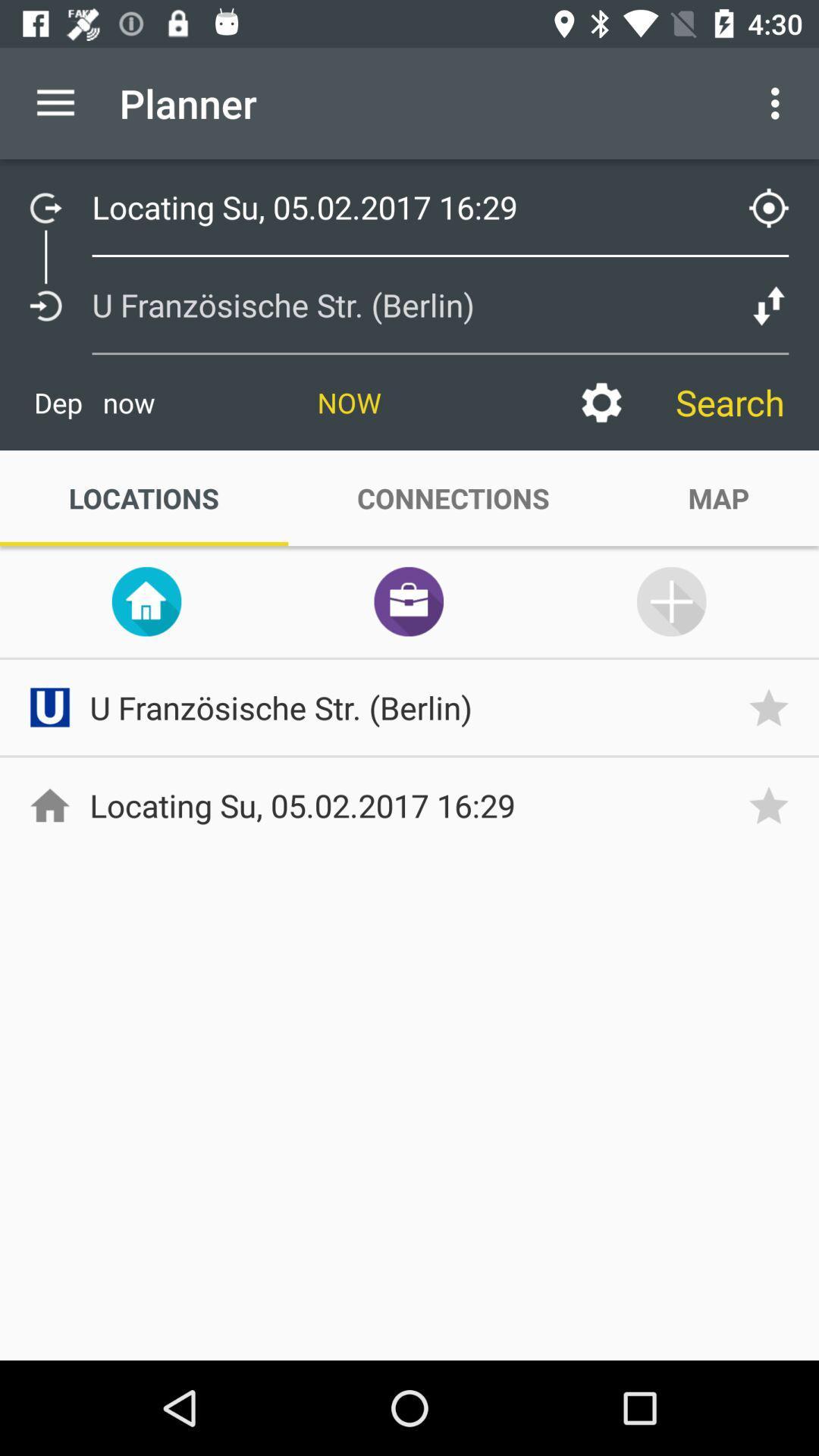 This screenshot has height=1456, width=819. Describe the element at coordinates (146, 601) in the screenshot. I see `home button` at that location.